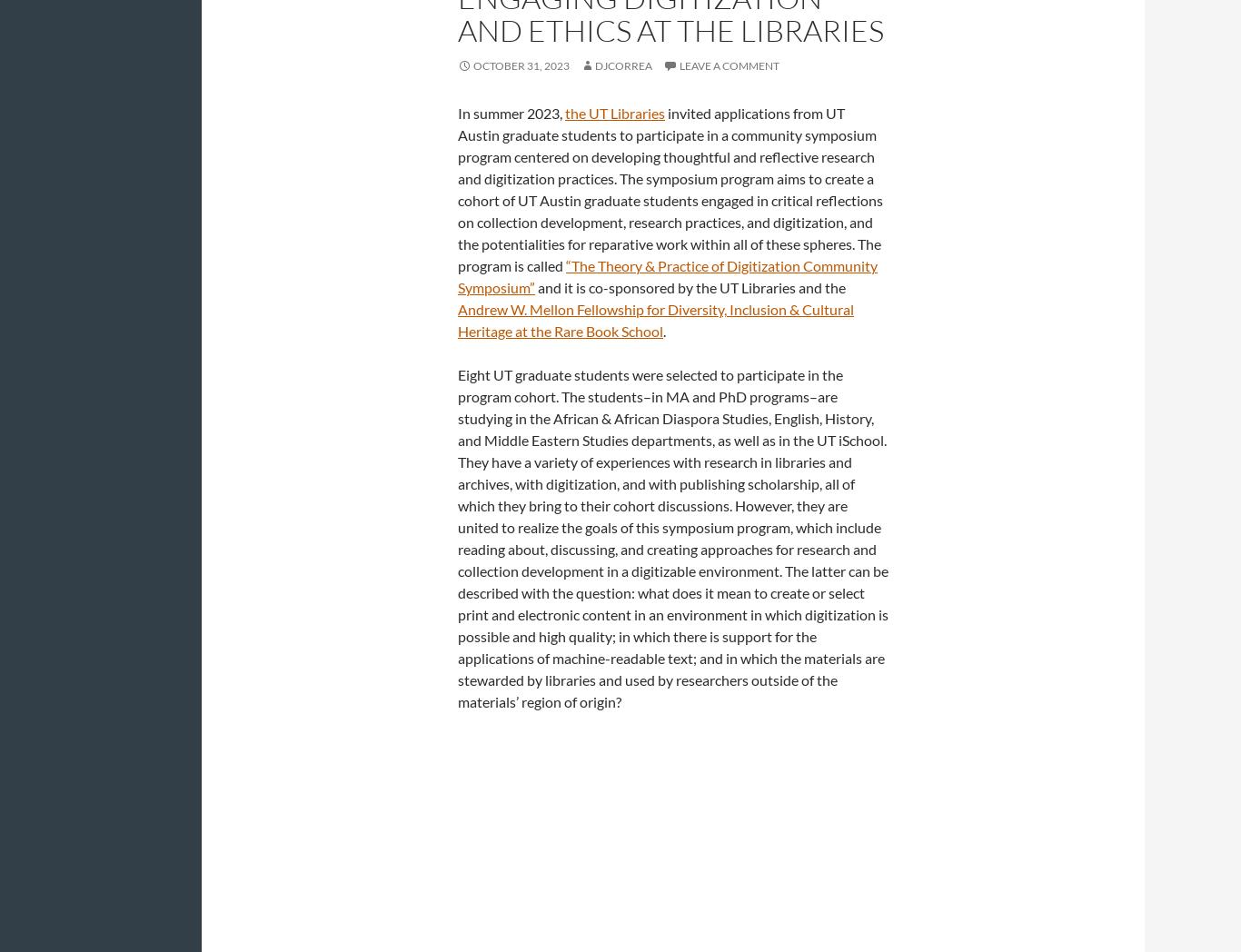  I want to click on 'and it is co-sponsored by the UT Libraries and the', so click(690, 287).